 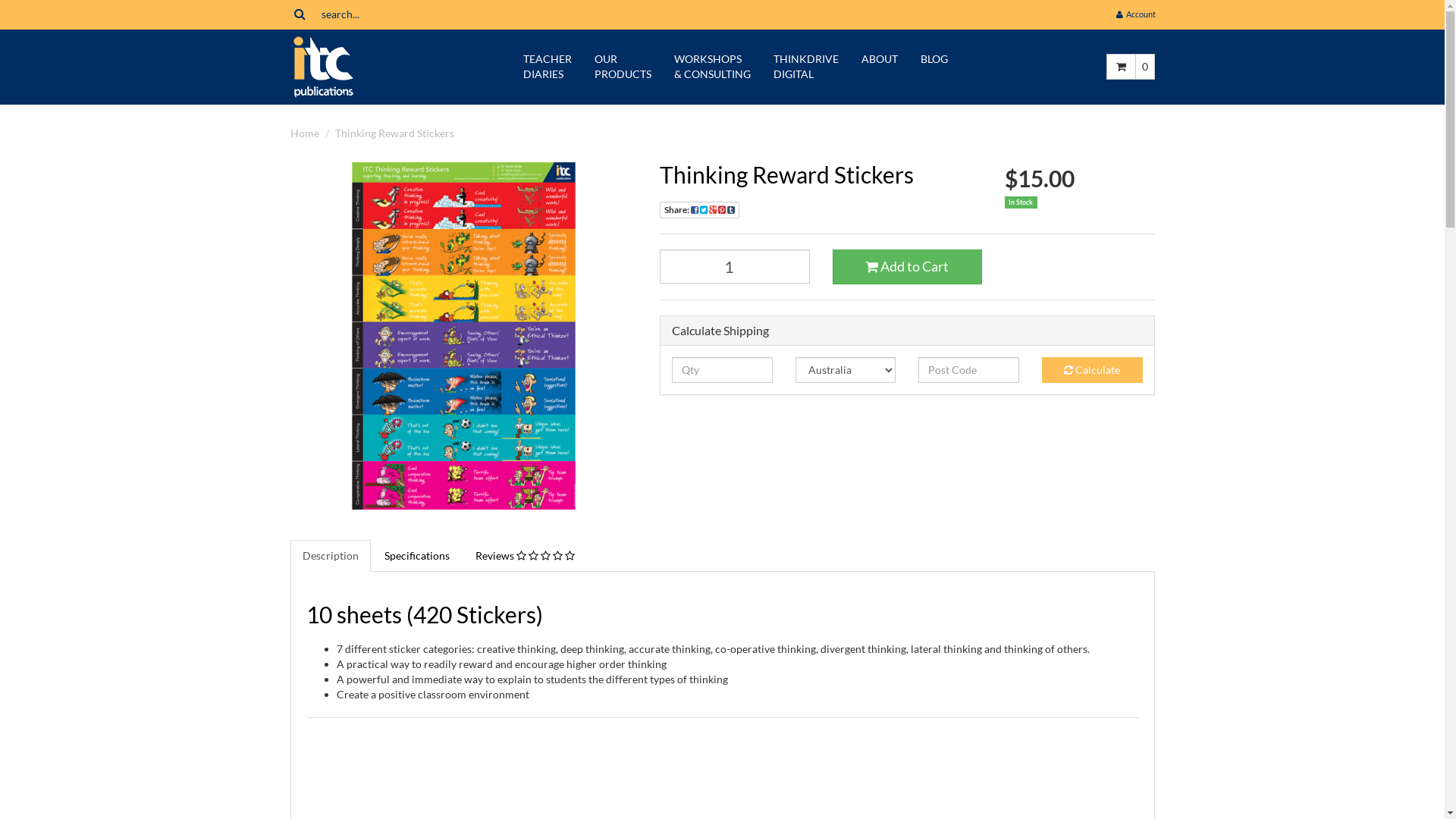 What do you see at coordinates (1092, 370) in the screenshot?
I see `'Calculate'` at bounding box center [1092, 370].